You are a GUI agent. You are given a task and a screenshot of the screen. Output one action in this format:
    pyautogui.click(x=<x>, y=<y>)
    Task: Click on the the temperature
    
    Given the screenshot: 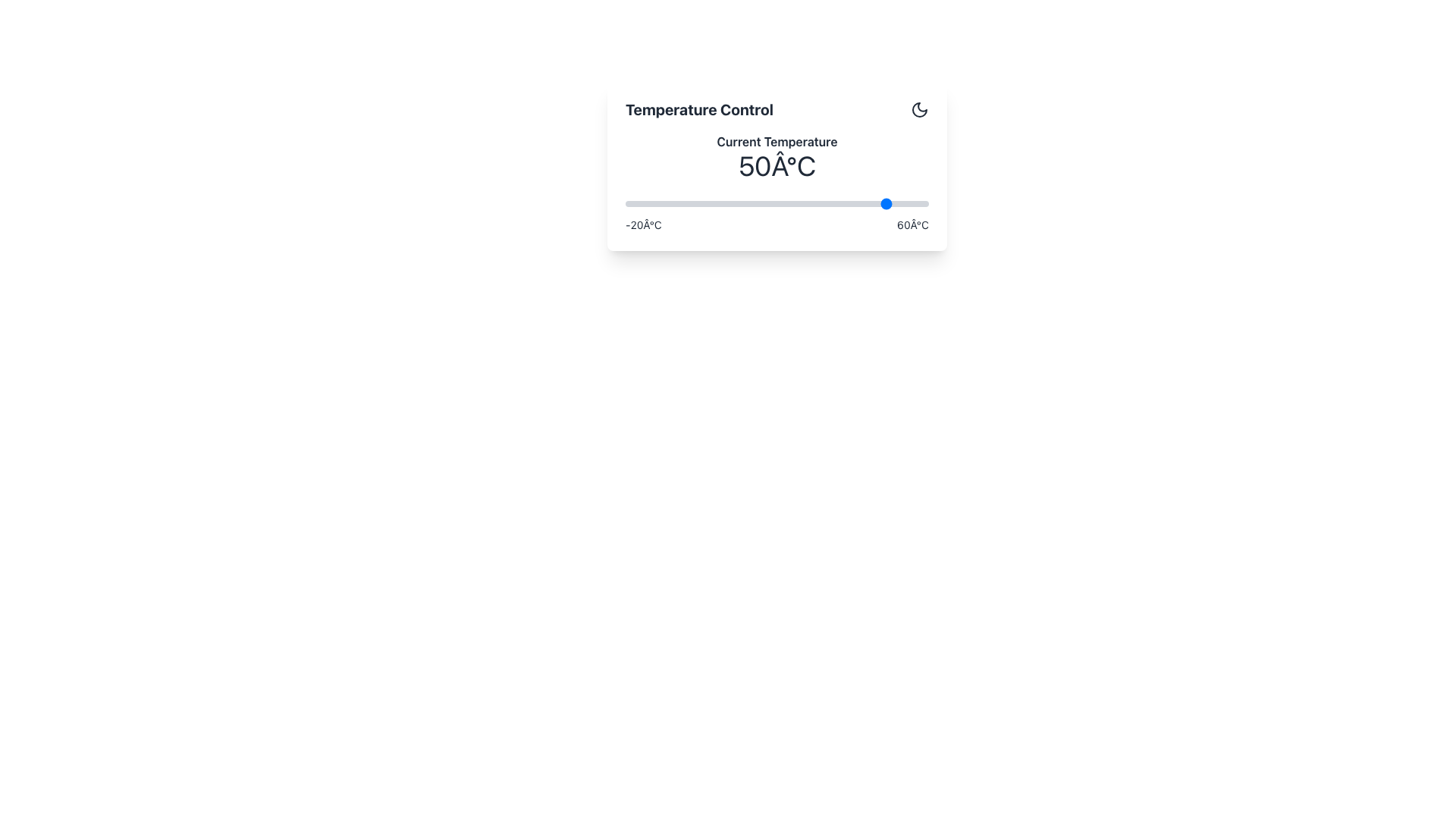 What is the action you would take?
    pyautogui.click(x=840, y=203)
    